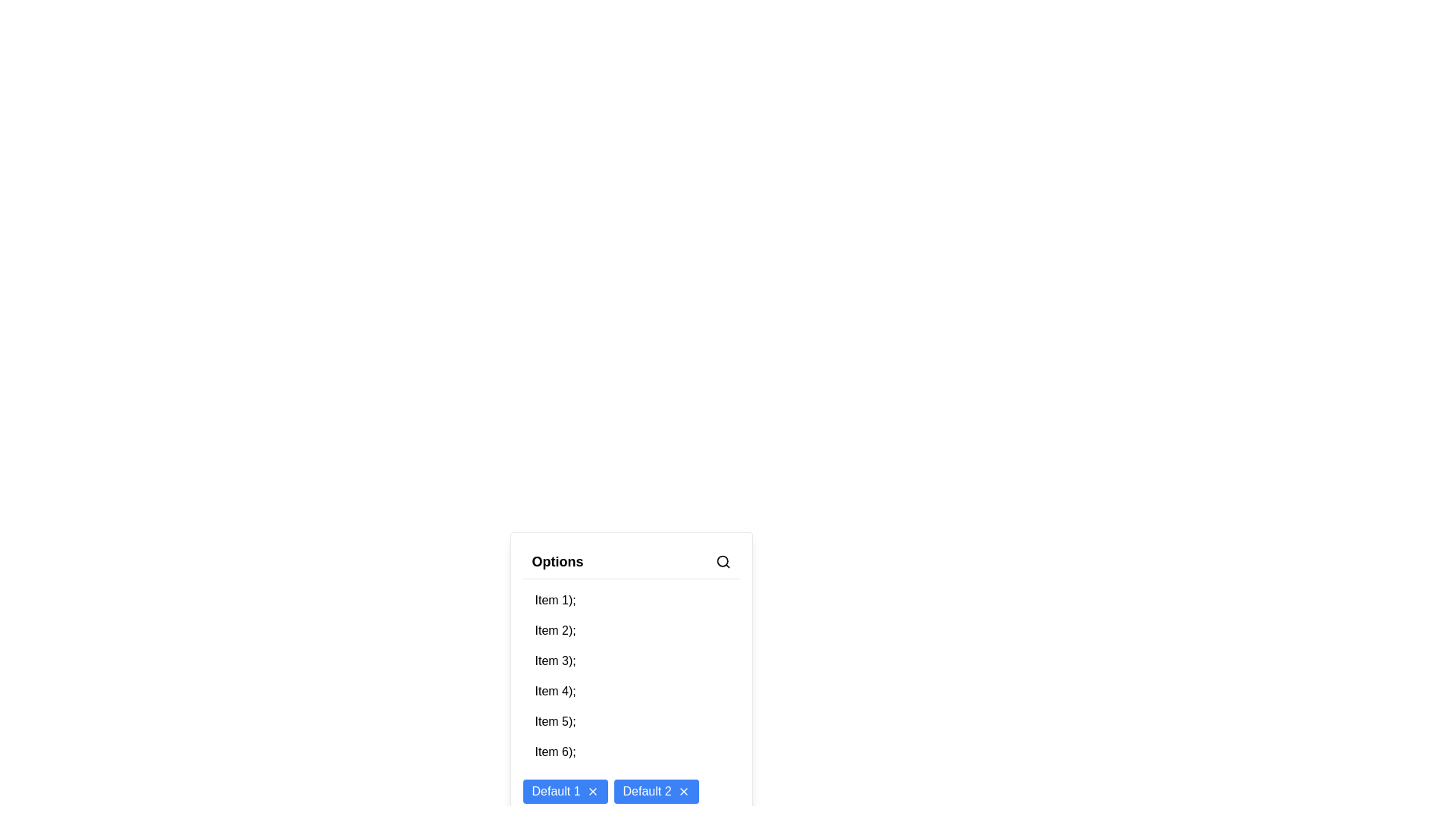 Image resolution: width=1456 pixels, height=819 pixels. Describe the element at coordinates (656, 791) in the screenshot. I see `the Closeable Button labeled 'Default 2'` at that location.